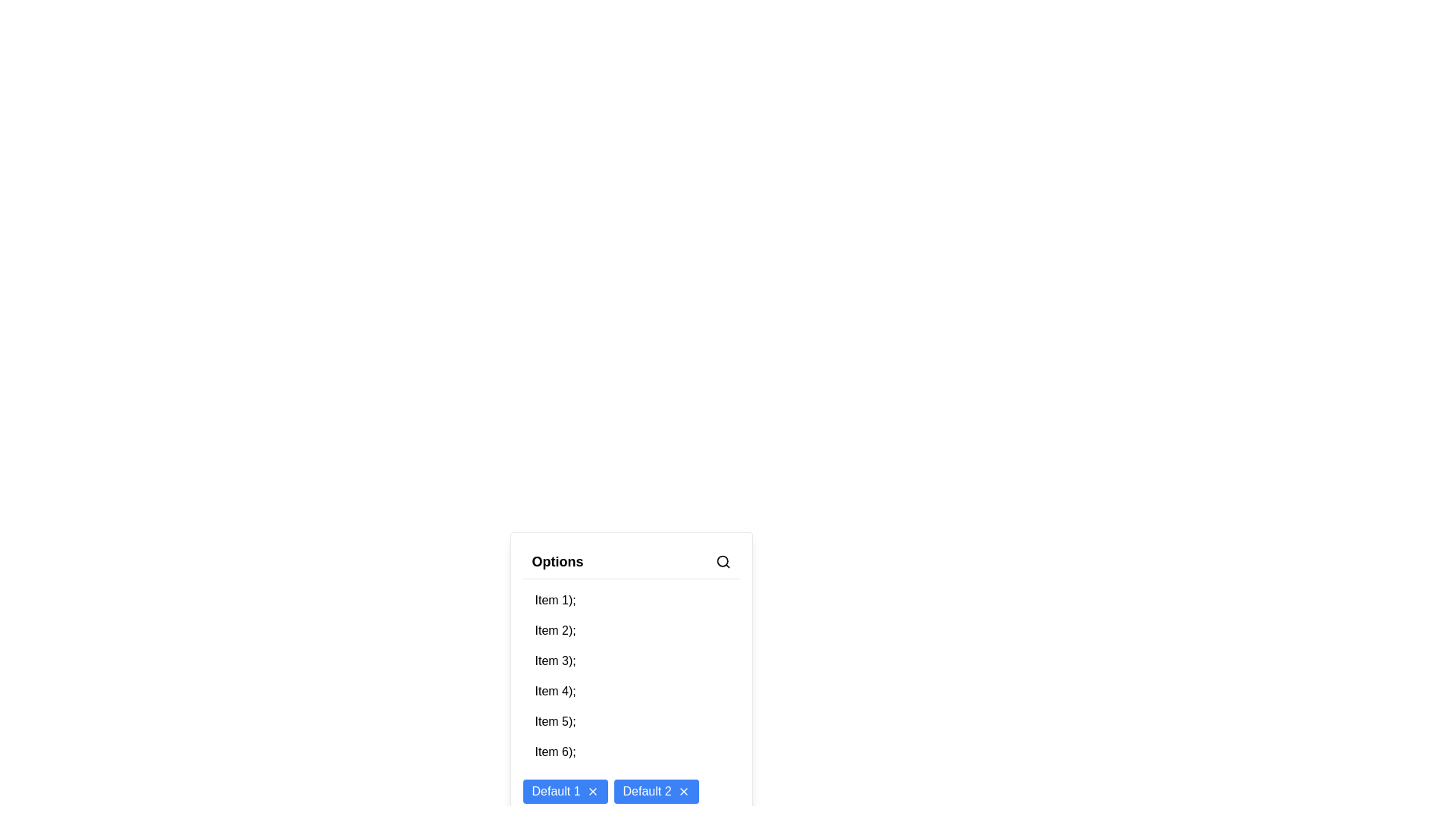 Image resolution: width=1456 pixels, height=819 pixels. Describe the element at coordinates (656, 791) in the screenshot. I see `the Closeable Button labeled 'Default 2'` at that location.